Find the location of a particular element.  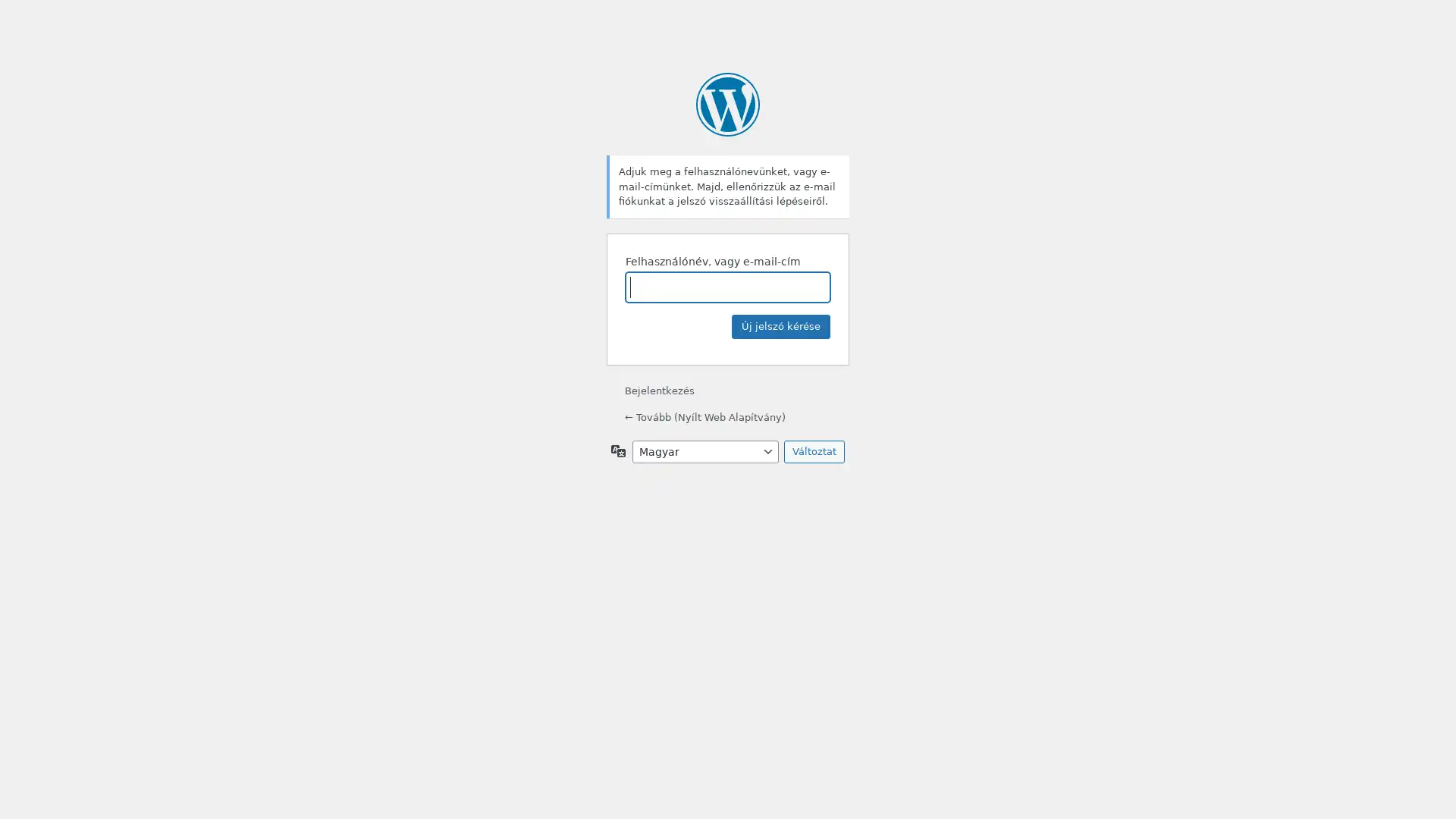

Uj jelszo kerese is located at coordinates (781, 325).